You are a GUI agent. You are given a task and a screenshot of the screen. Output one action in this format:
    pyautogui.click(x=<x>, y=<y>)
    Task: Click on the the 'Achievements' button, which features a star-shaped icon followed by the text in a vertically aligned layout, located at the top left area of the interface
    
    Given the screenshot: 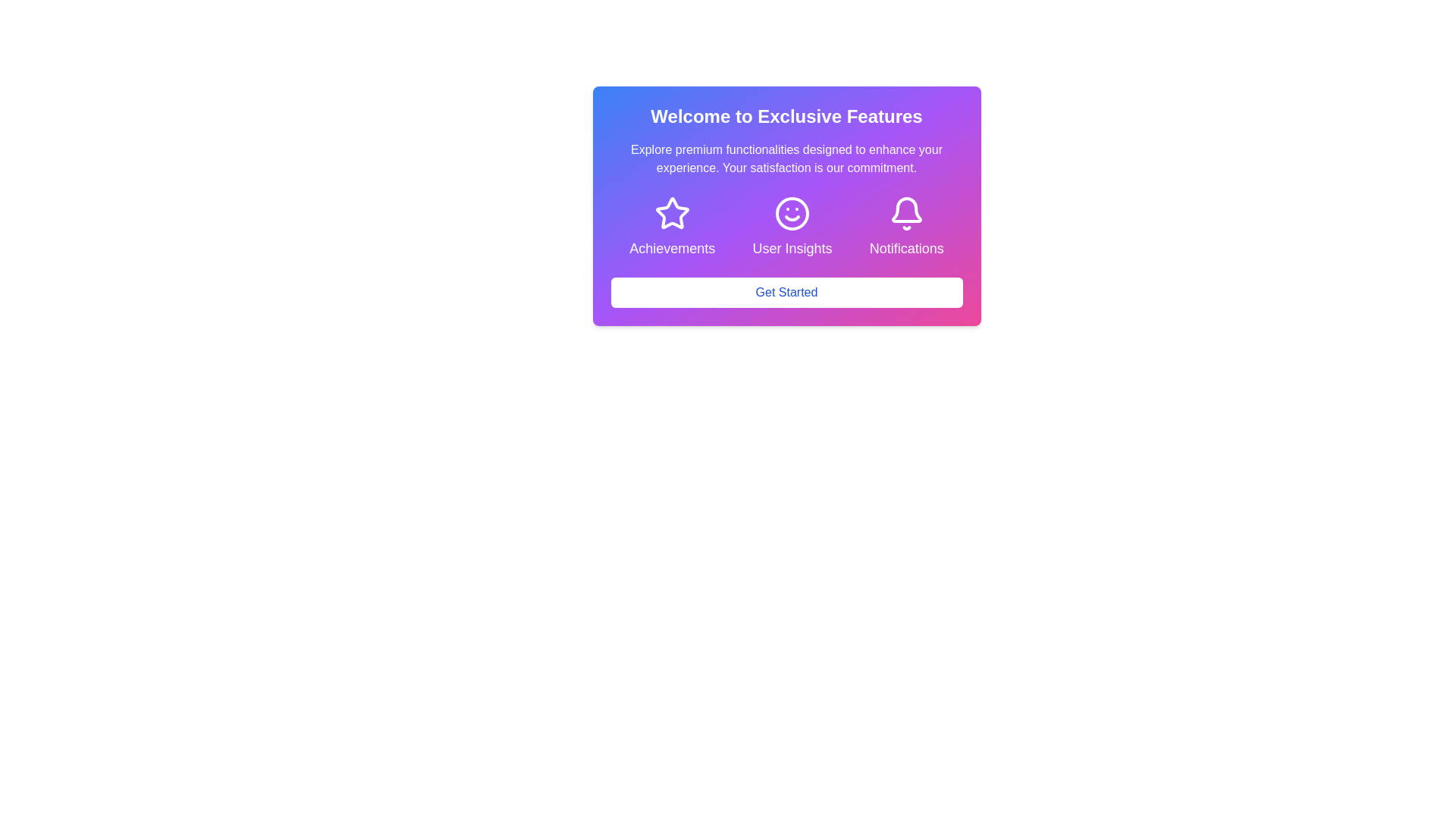 What is the action you would take?
    pyautogui.click(x=671, y=227)
    